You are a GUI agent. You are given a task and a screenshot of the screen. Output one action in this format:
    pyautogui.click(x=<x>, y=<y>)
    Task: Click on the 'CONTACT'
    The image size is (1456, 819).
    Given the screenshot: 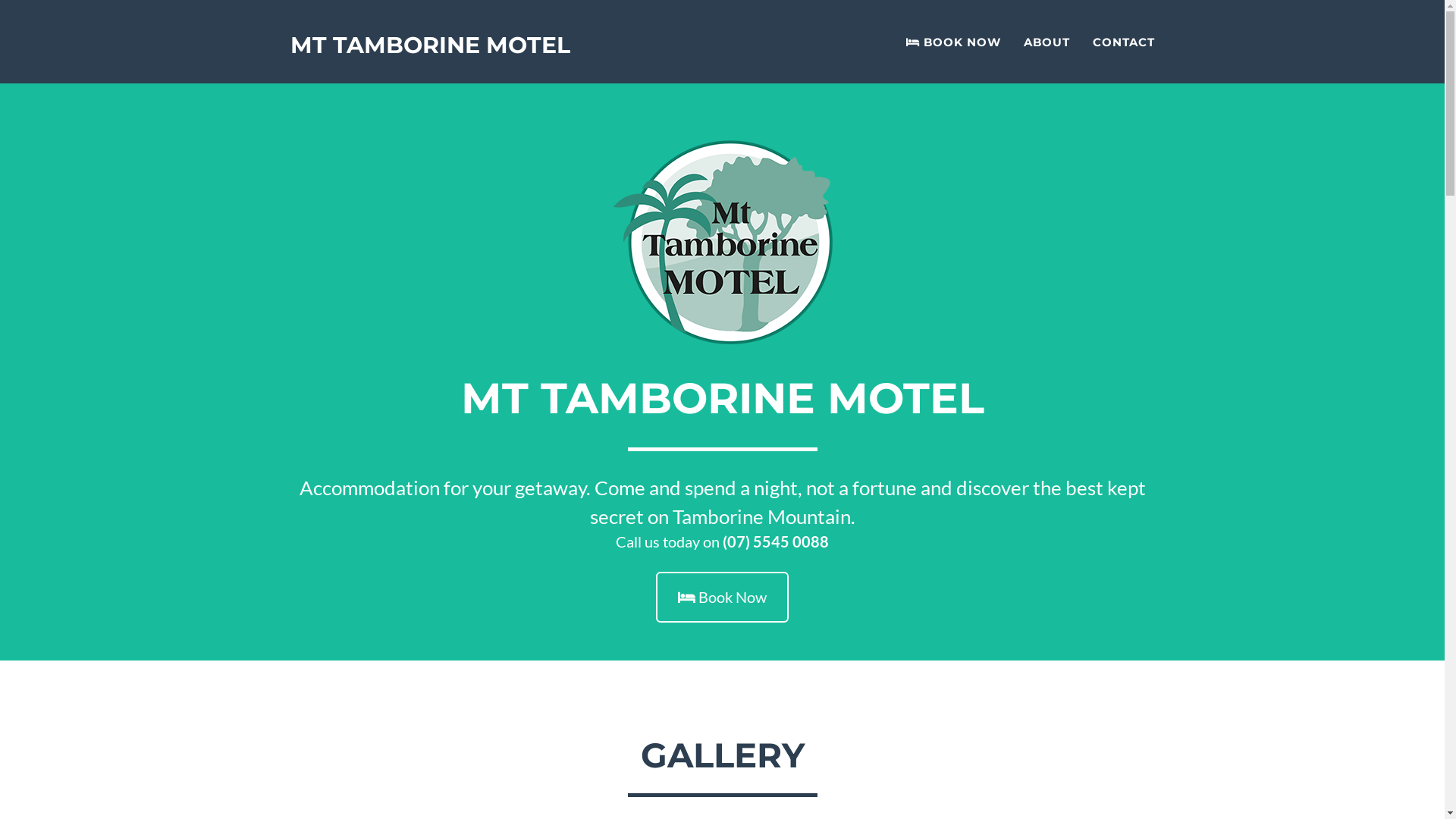 What is the action you would take?
    pyautogui.click(x=1124, y=40)
    